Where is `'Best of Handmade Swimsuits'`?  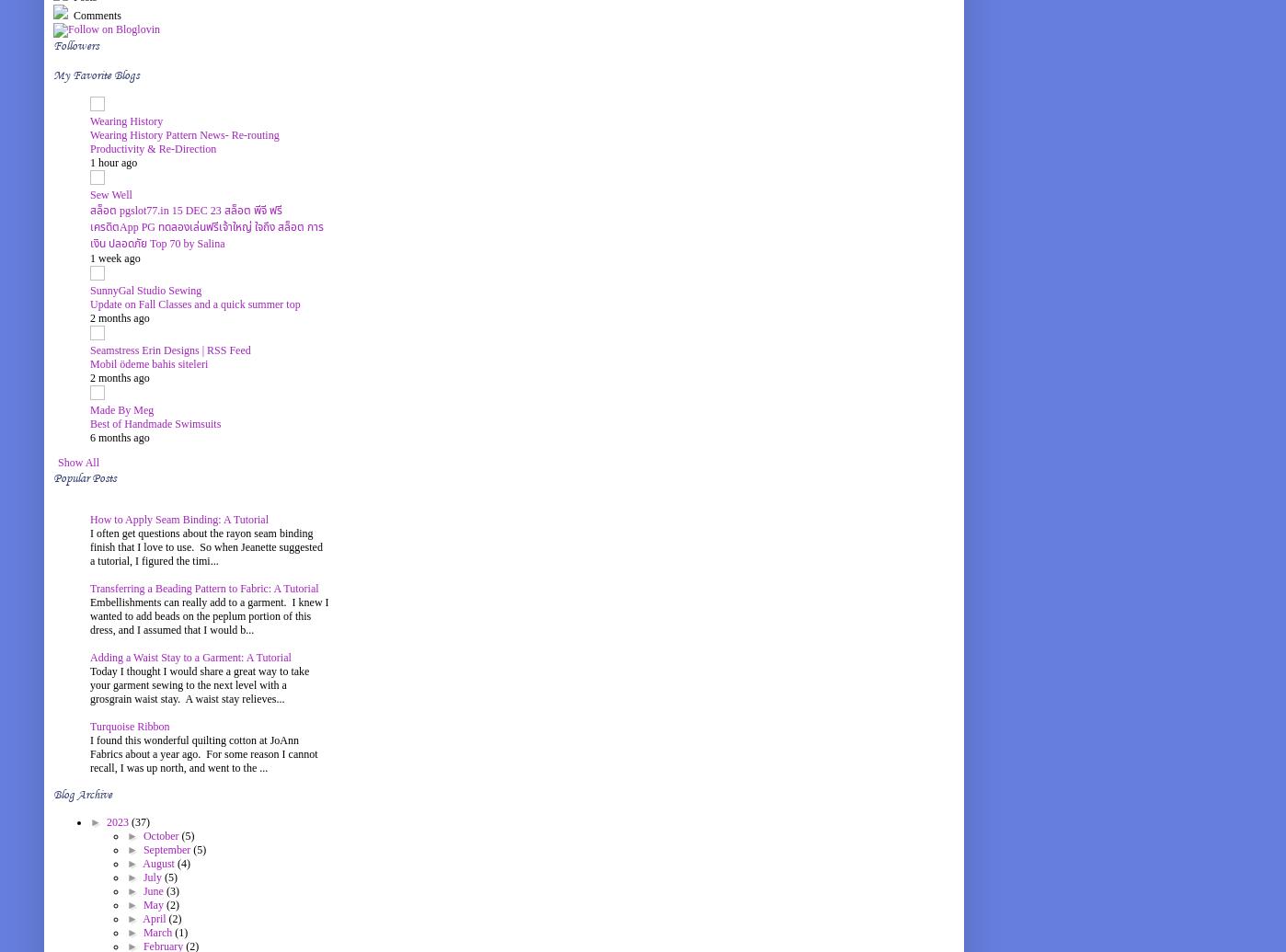
'Best of Handmade Swimsuits' is located at coordinates (155, 423).